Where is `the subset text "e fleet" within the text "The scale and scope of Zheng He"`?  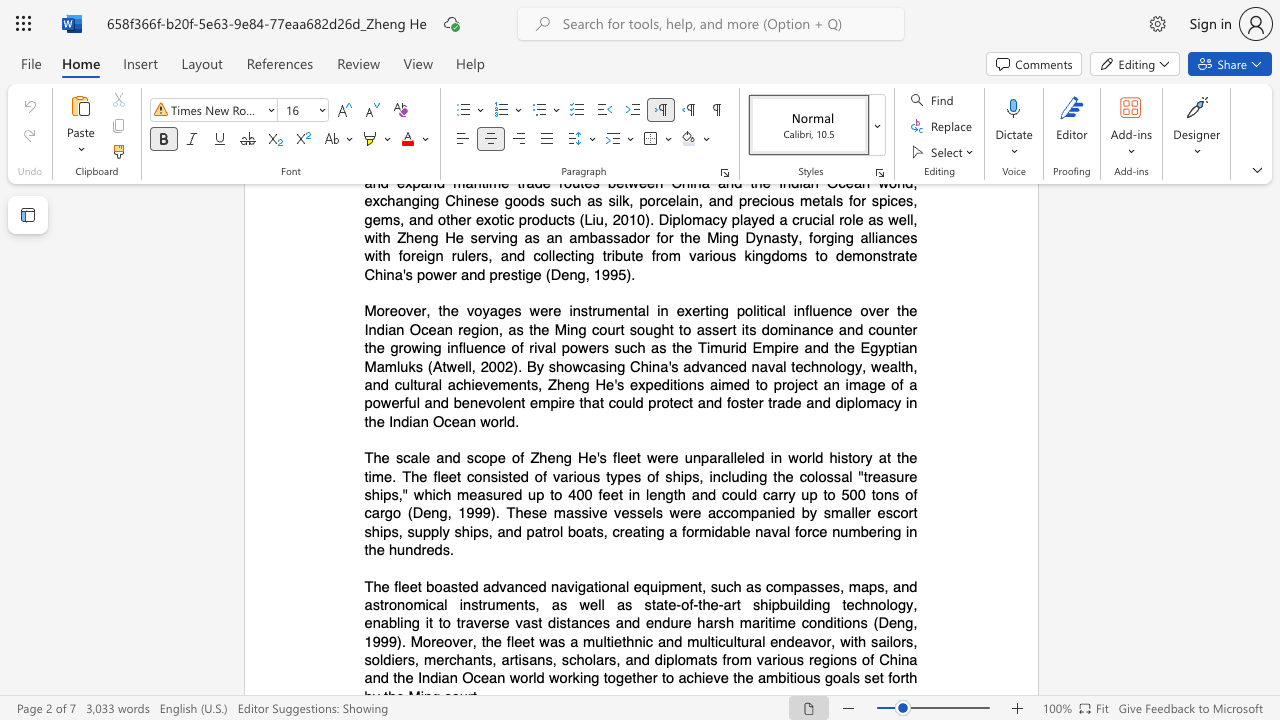
the subset text "e fleet" within the text "The scale and scope of Zheng He" is located at coordinates (418, 476).